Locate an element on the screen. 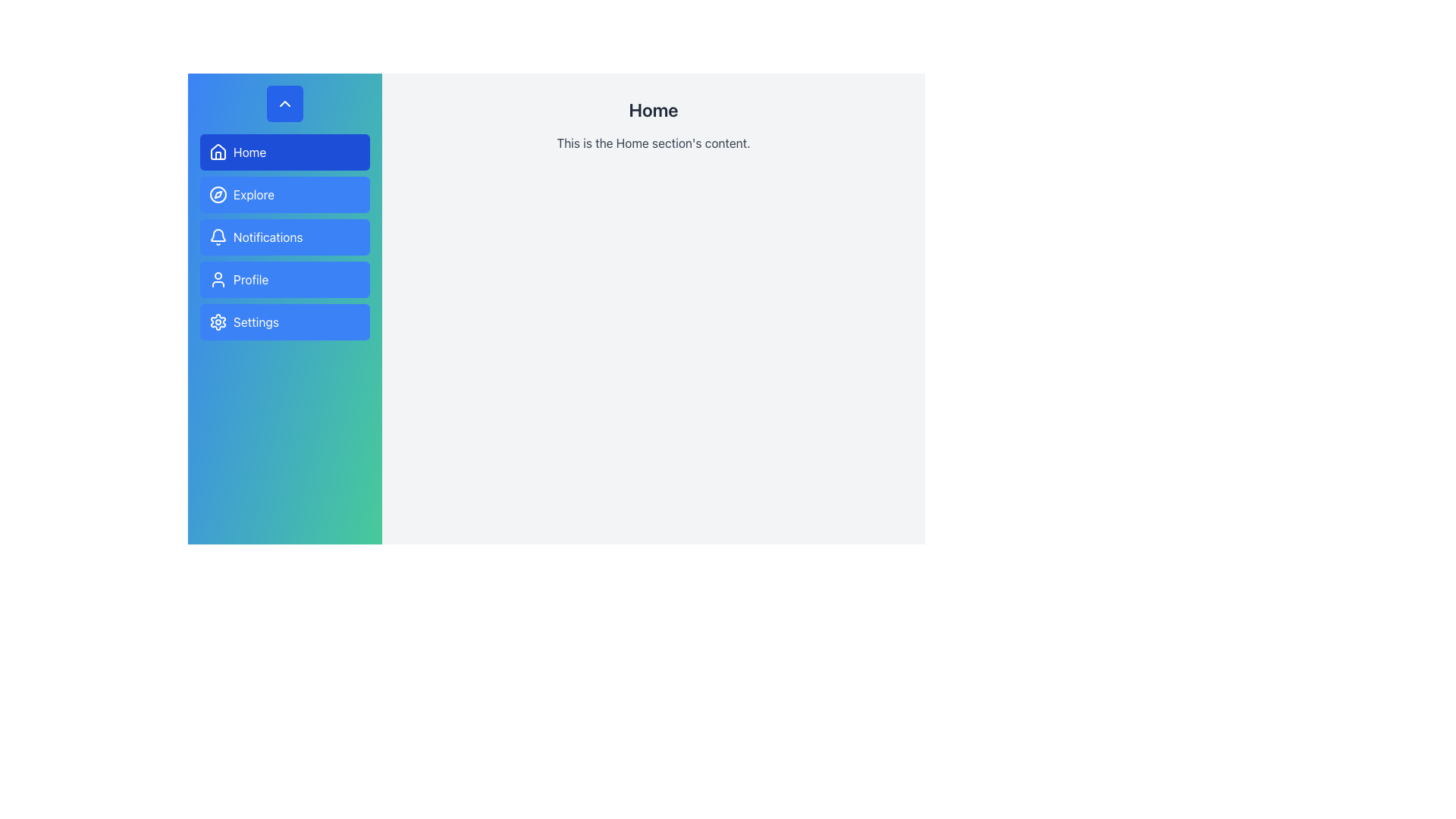  the Text Label that contains the text 'This is the Home section's content.' which is styled with medium gray color and positioned below the 'Home' title is located at coordinates (654, 143).